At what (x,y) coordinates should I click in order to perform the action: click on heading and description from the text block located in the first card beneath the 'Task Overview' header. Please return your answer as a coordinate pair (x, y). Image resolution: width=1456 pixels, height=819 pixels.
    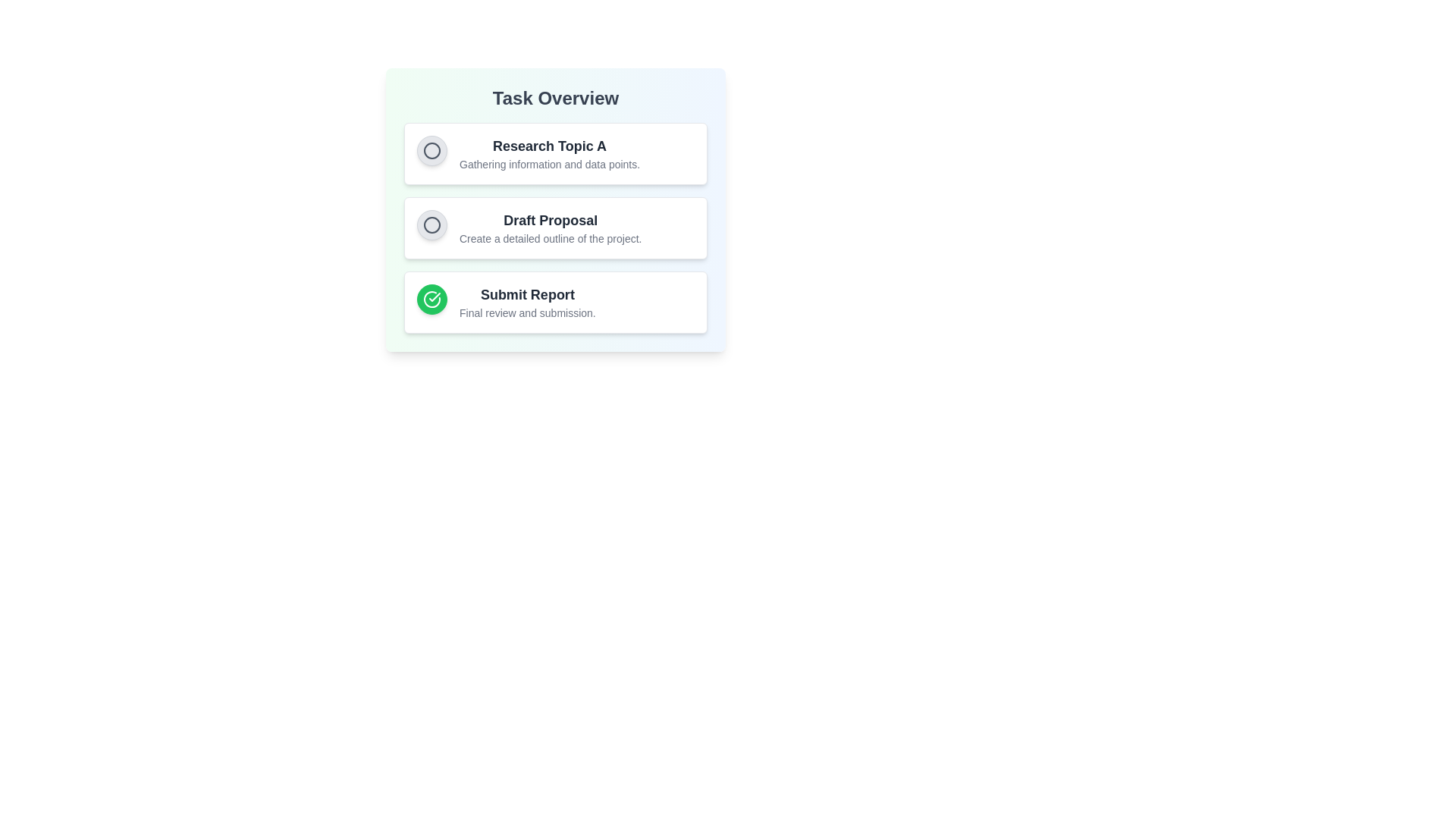
    Looking at the image, I should click on (548, 154).